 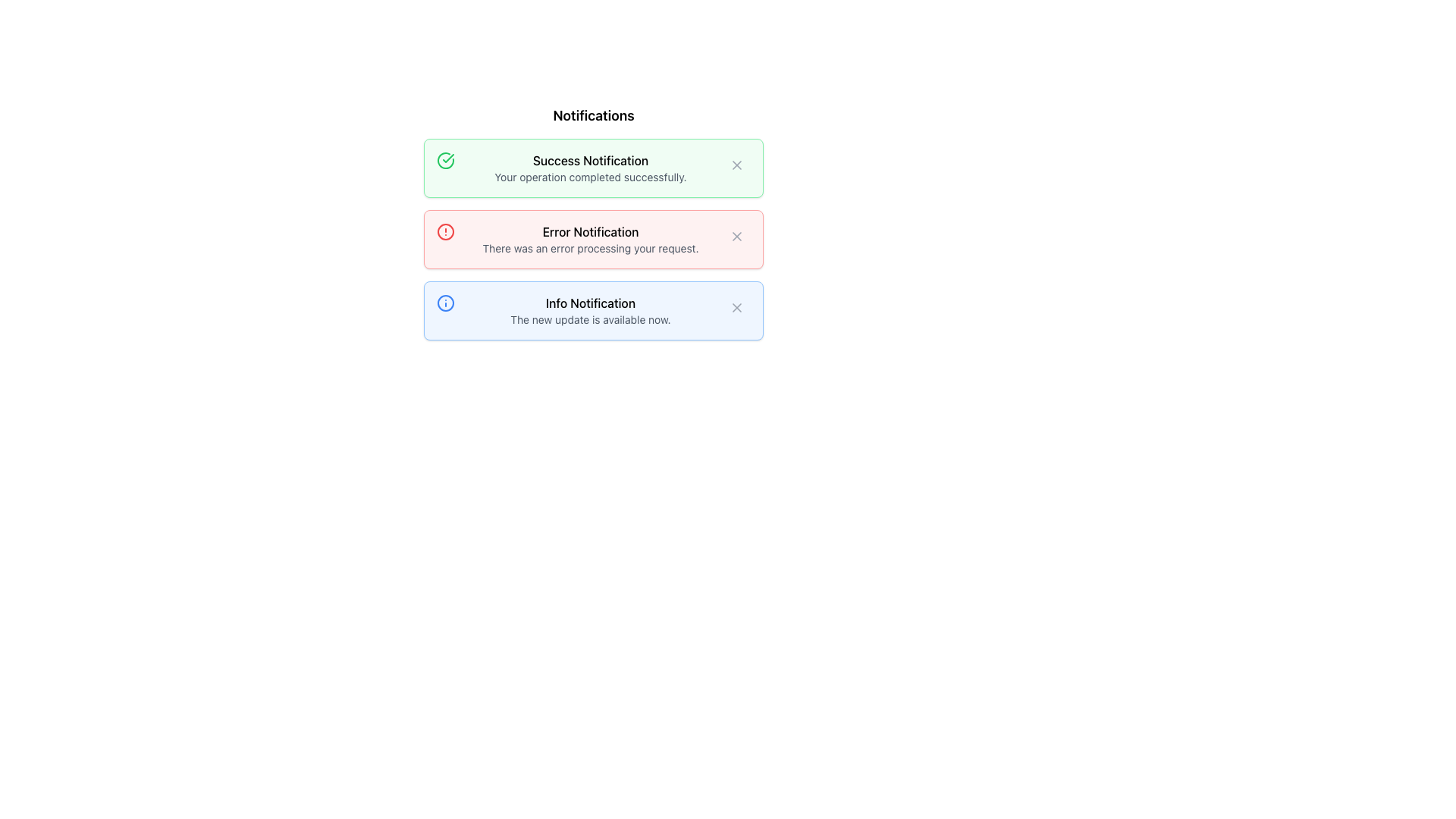 I want to click on the dismiss button located at the top-right corner of the green notification box labeled 'Success Notification', so click(x=736, y=165).